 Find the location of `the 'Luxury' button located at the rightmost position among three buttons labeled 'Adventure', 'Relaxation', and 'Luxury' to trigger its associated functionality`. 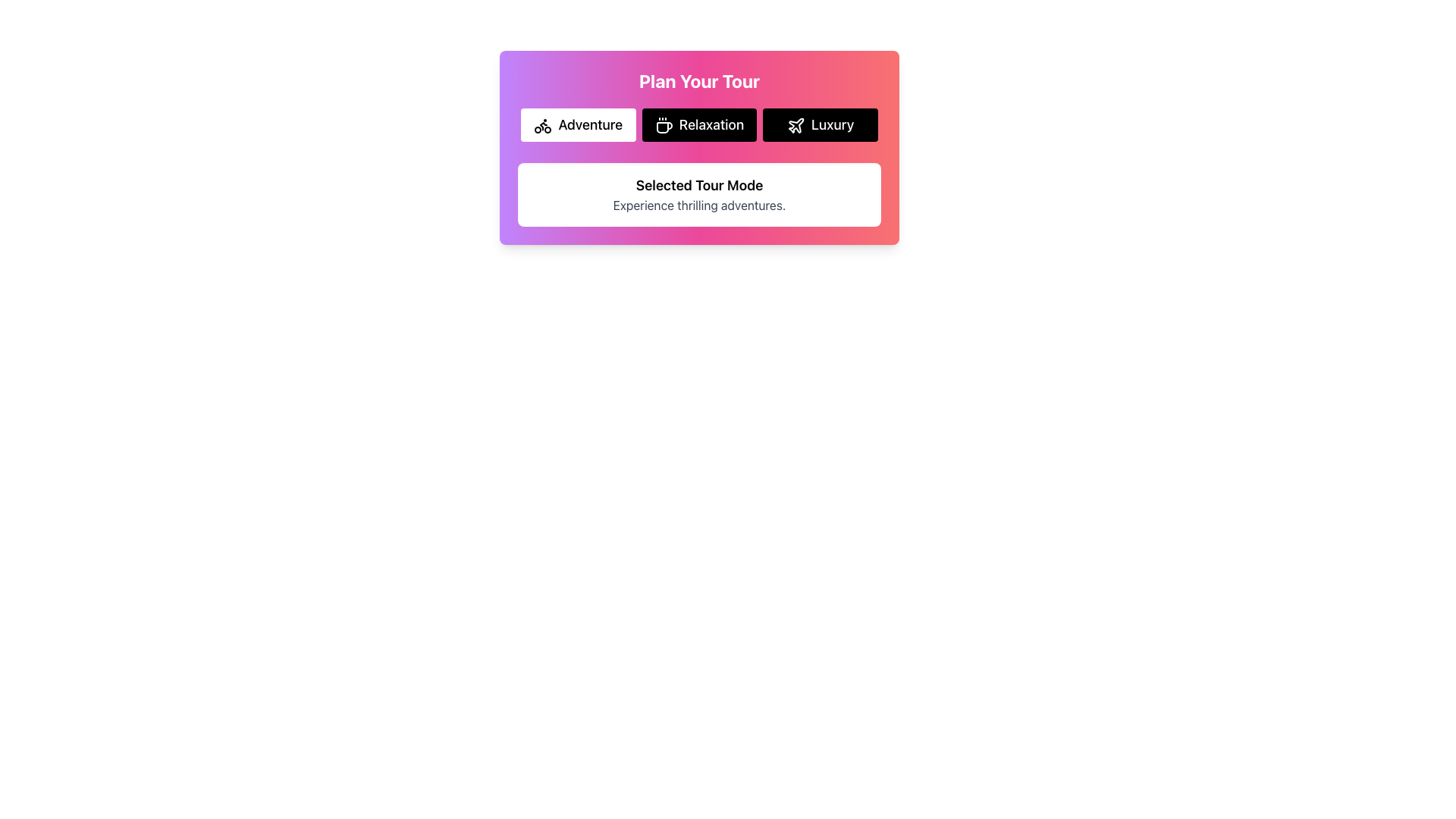

the 'Luxury' button located at the rightmost position among three buttons labeled 'Adventure', 'Relaxation', and 'Luxury' to trigger its associated functionality is located at coordinates (819, 124).